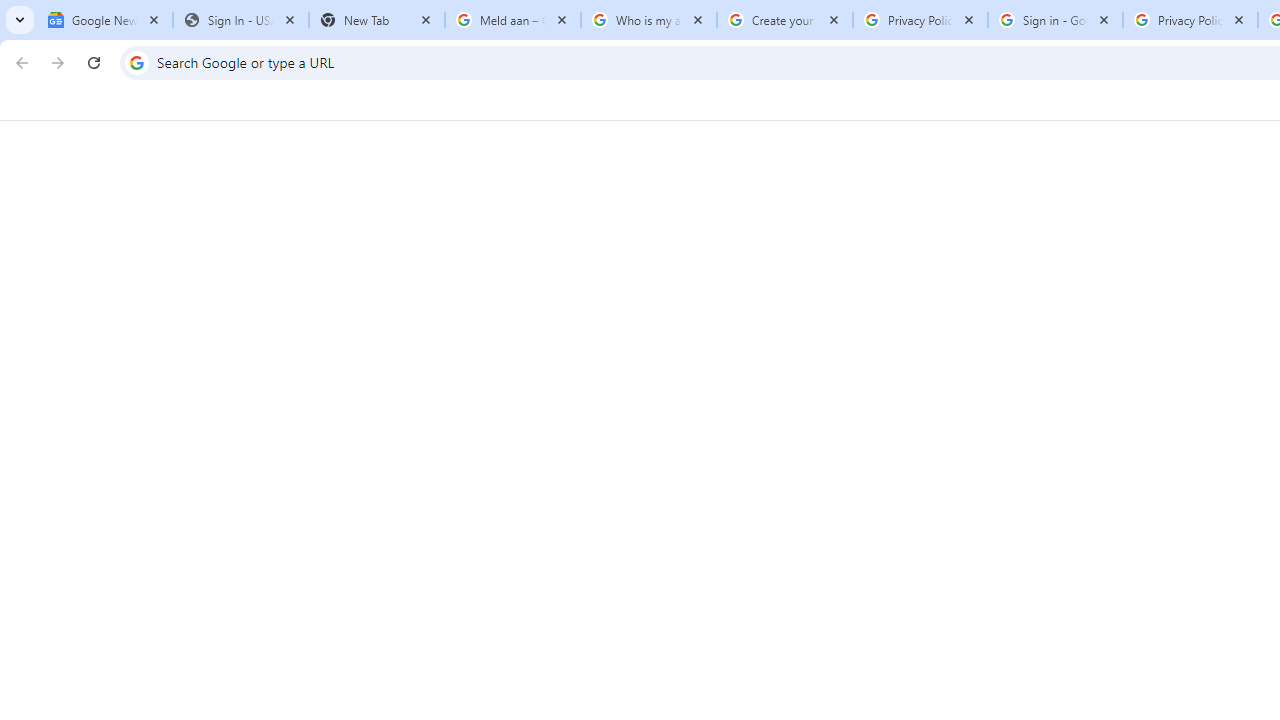 The width and height of the screenshot is (1280, 720). Describe the element at coordinates (240, 20) in the screenshot. I see `'Sign In - USA TODAY'` at that location.